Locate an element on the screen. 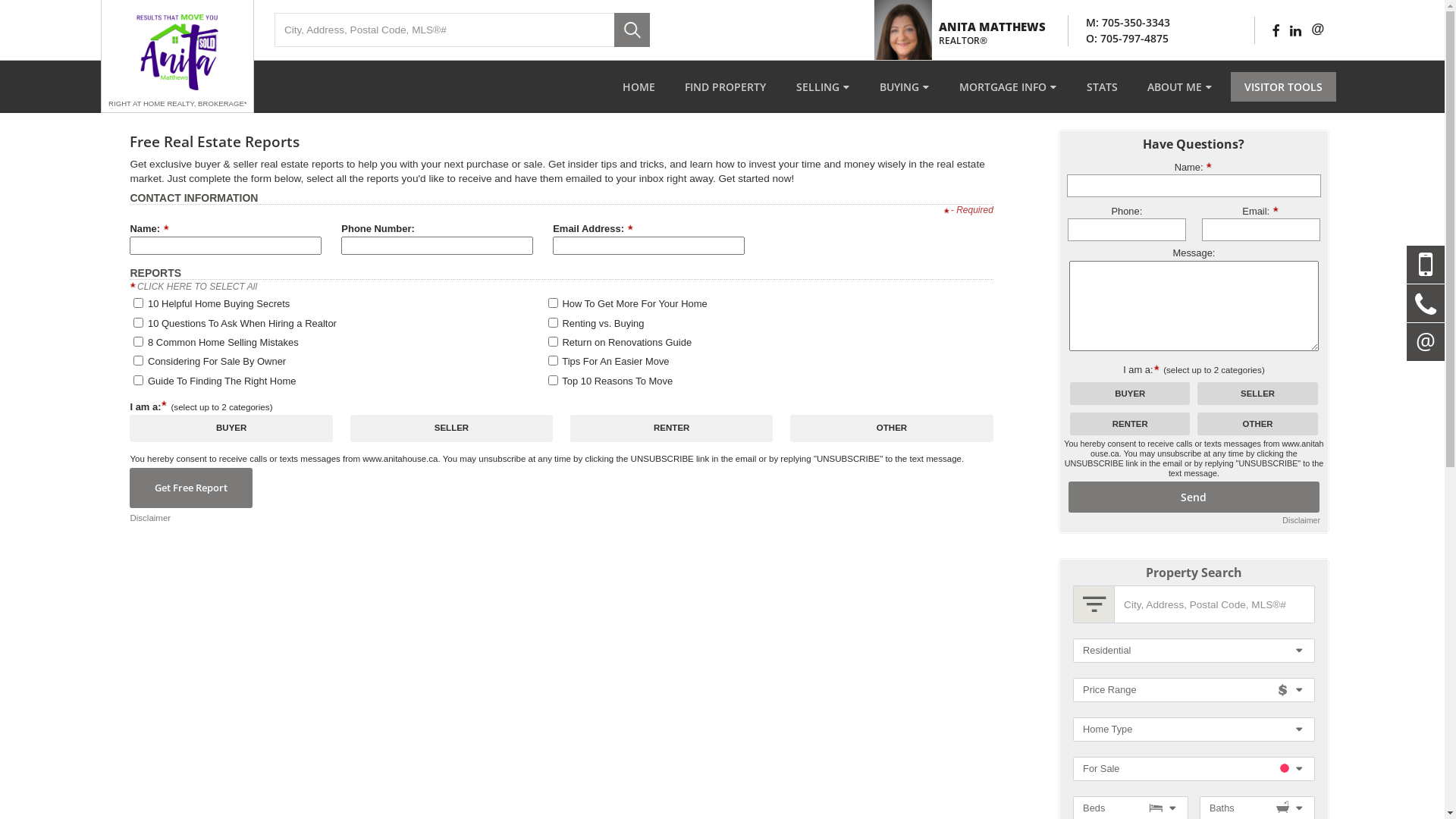 The width and height of the screenshot is (1456, 819). 'CLICK HERE TO SELECT All' is located at coordinates (196, 287).